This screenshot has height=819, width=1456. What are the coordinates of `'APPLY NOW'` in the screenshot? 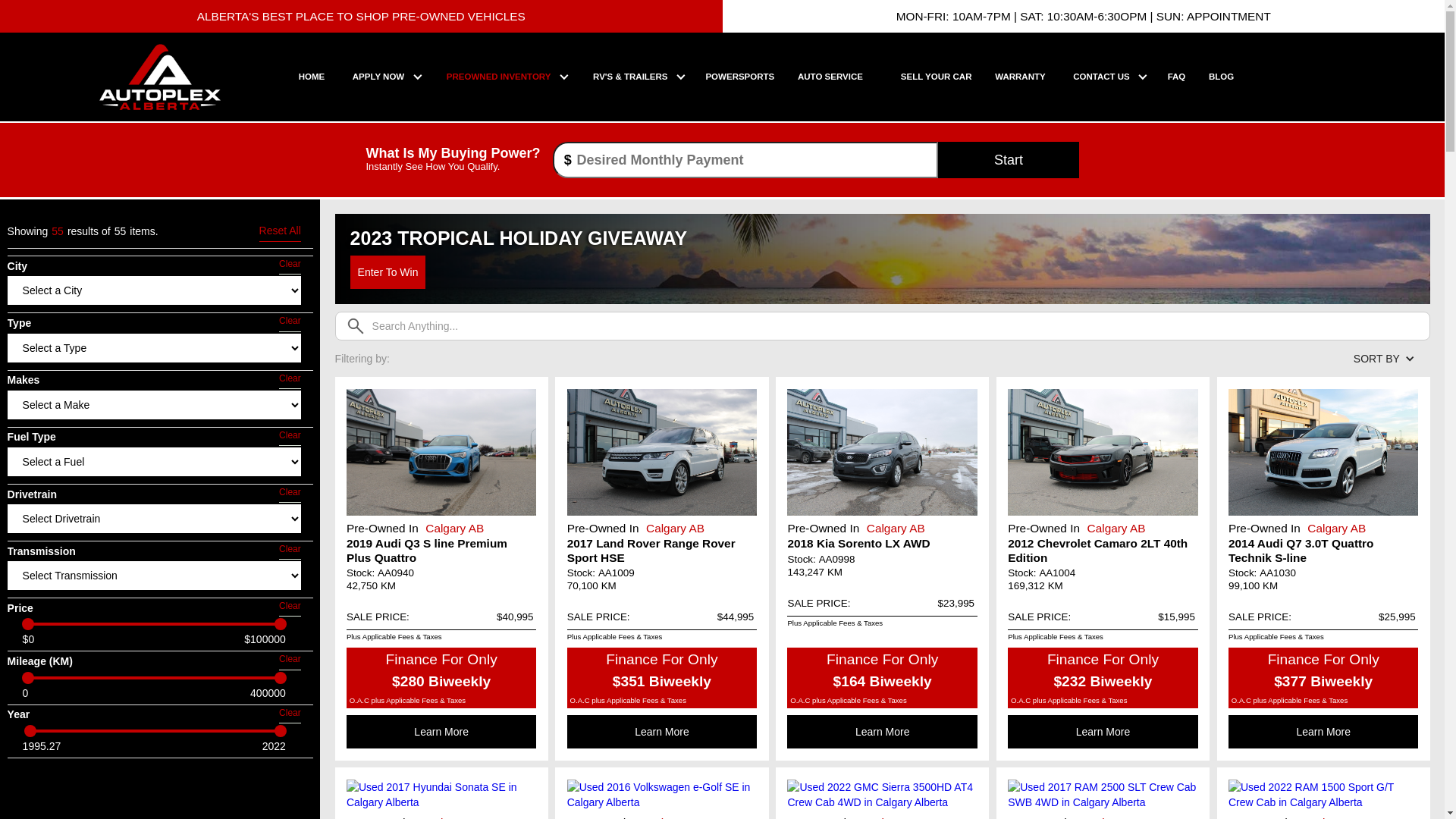 It's located at (378, 77).